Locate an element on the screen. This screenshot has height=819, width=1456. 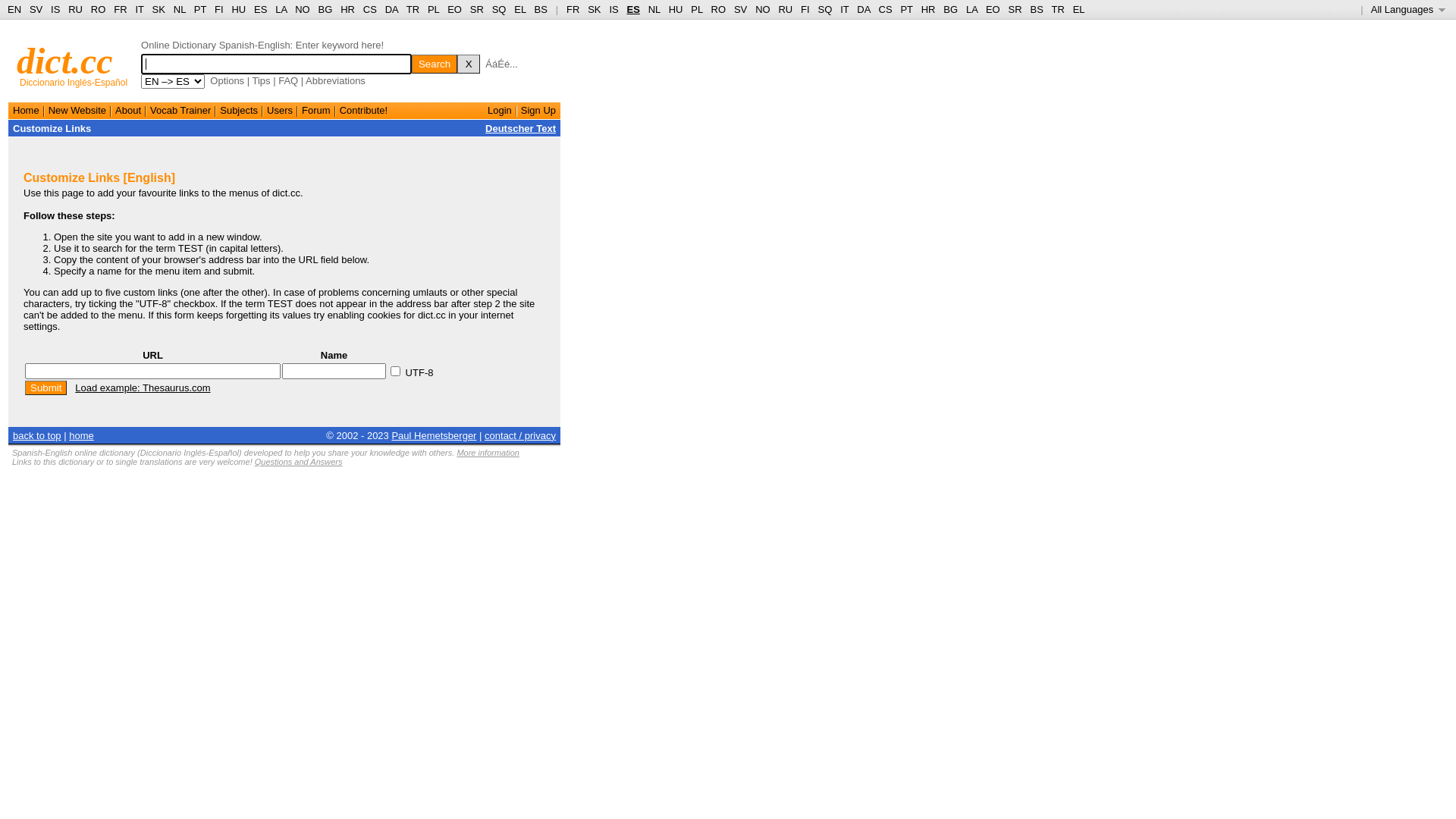
'TR' is located at coordinates (413, 9).